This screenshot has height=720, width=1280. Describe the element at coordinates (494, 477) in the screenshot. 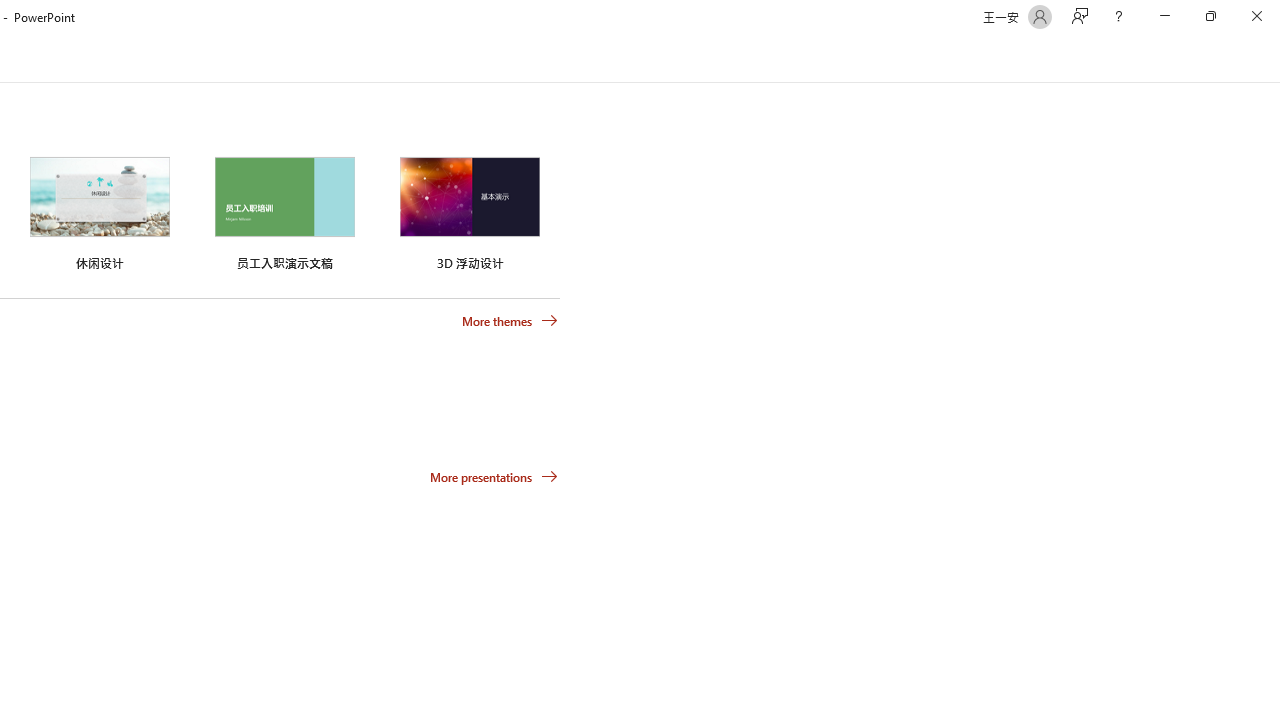

I see `'More presentations'` at that location.